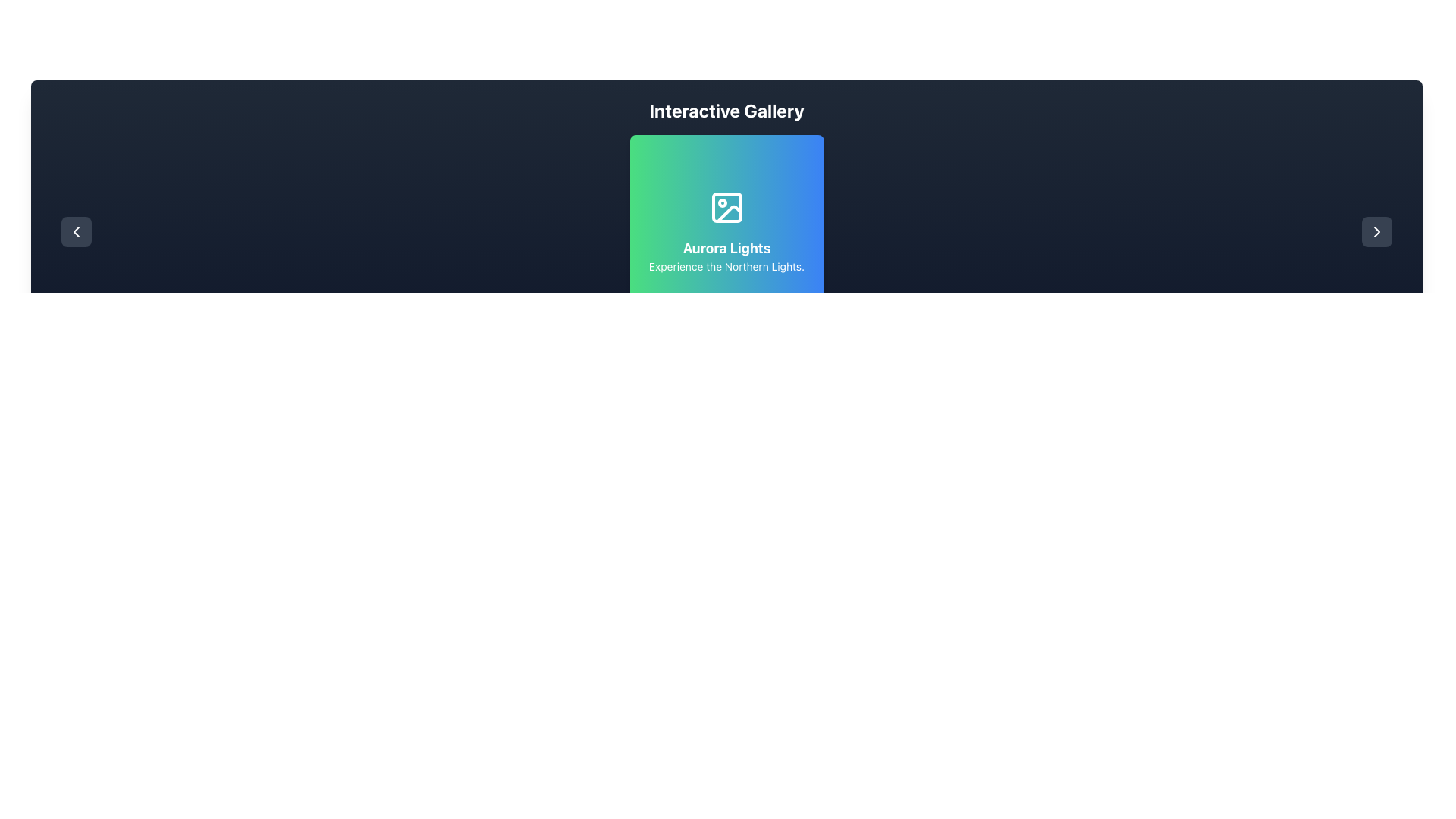 The width and height of the screenshot is (1456, 819). What do you see at coordinates (75, 231) in the screenshot?
I see `the small, square button with a left-pointing chevron icon located in the top-left corner of the dark header section` at bounding box center [75, 231].